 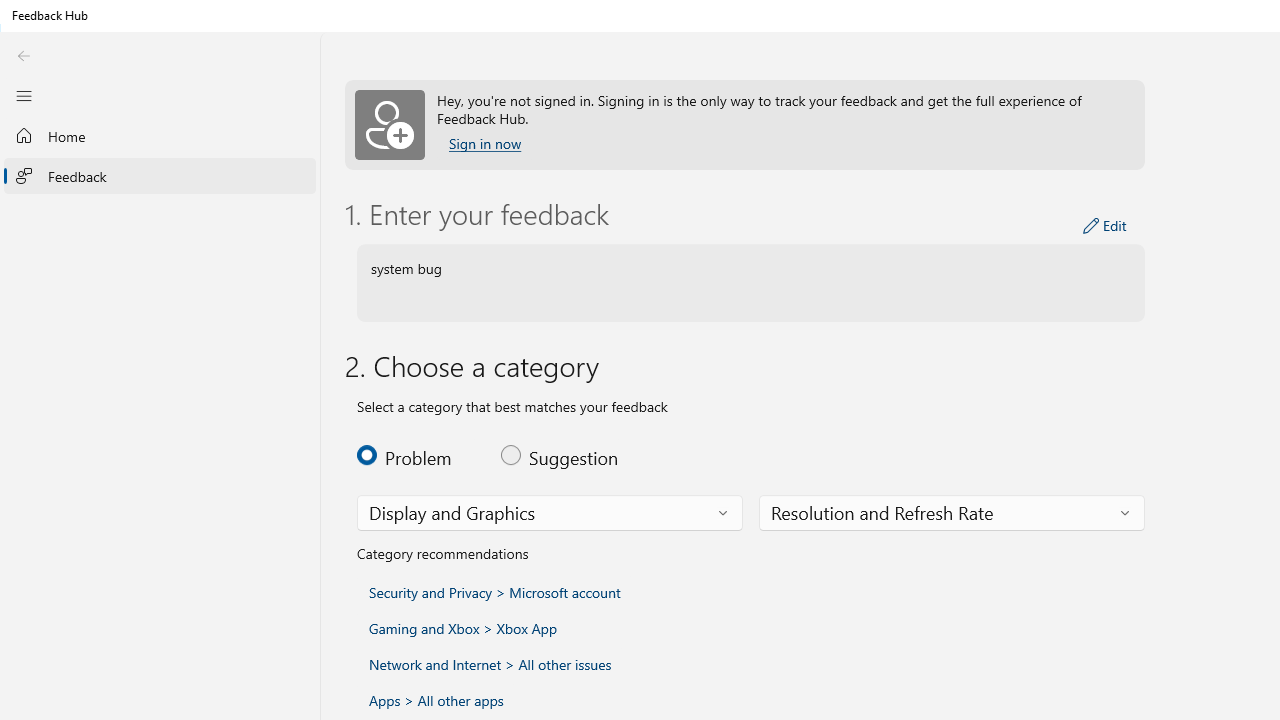 What do you see at coordinates (160, 135) in the screenshot?
I see `'Home'` at bounding box center [160, 135].